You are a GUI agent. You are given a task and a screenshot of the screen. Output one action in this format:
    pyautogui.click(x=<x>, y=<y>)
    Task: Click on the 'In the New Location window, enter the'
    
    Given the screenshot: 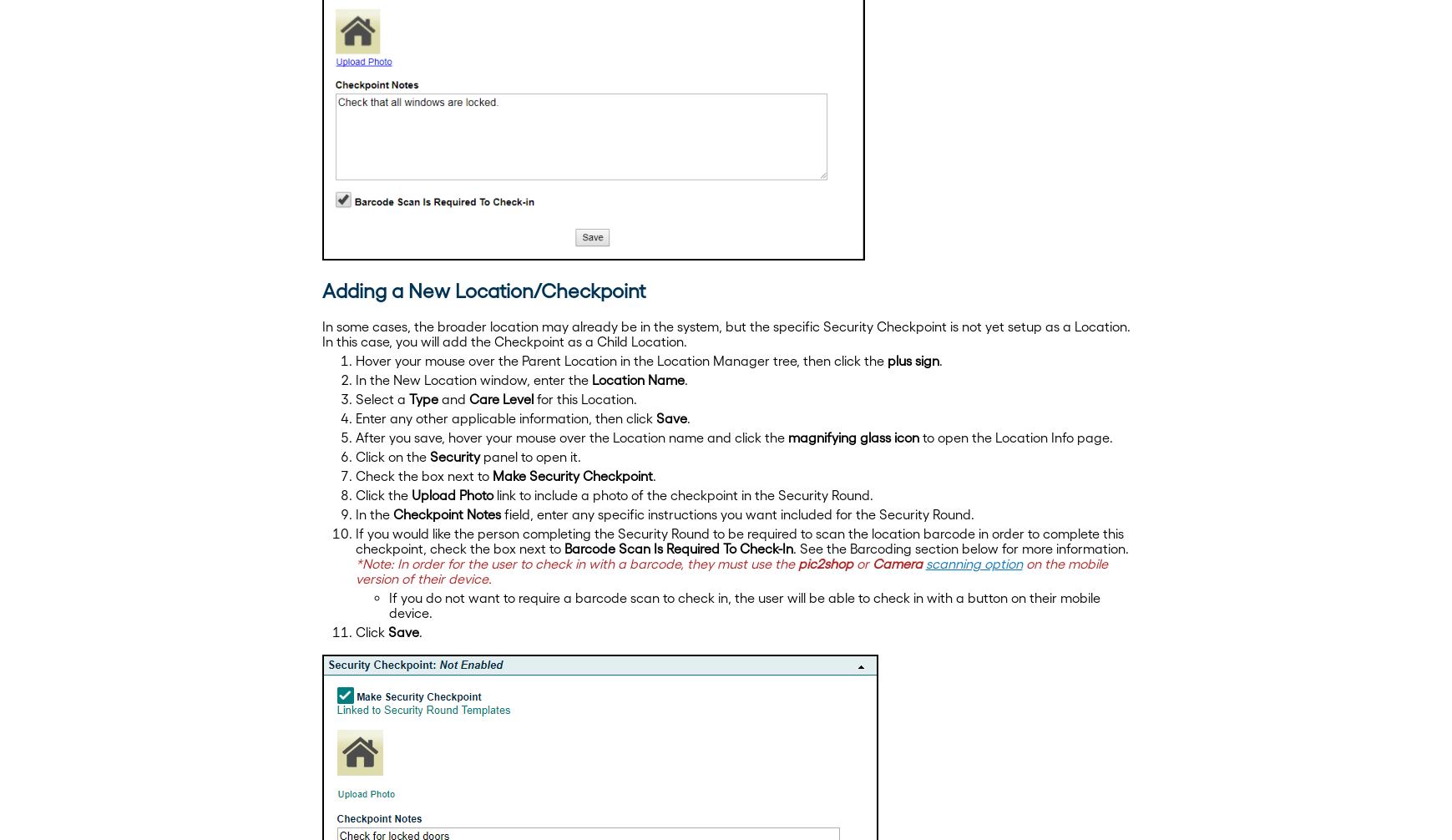 What is the action you would take?
    pyautogui.click(x=355, y=379)
    